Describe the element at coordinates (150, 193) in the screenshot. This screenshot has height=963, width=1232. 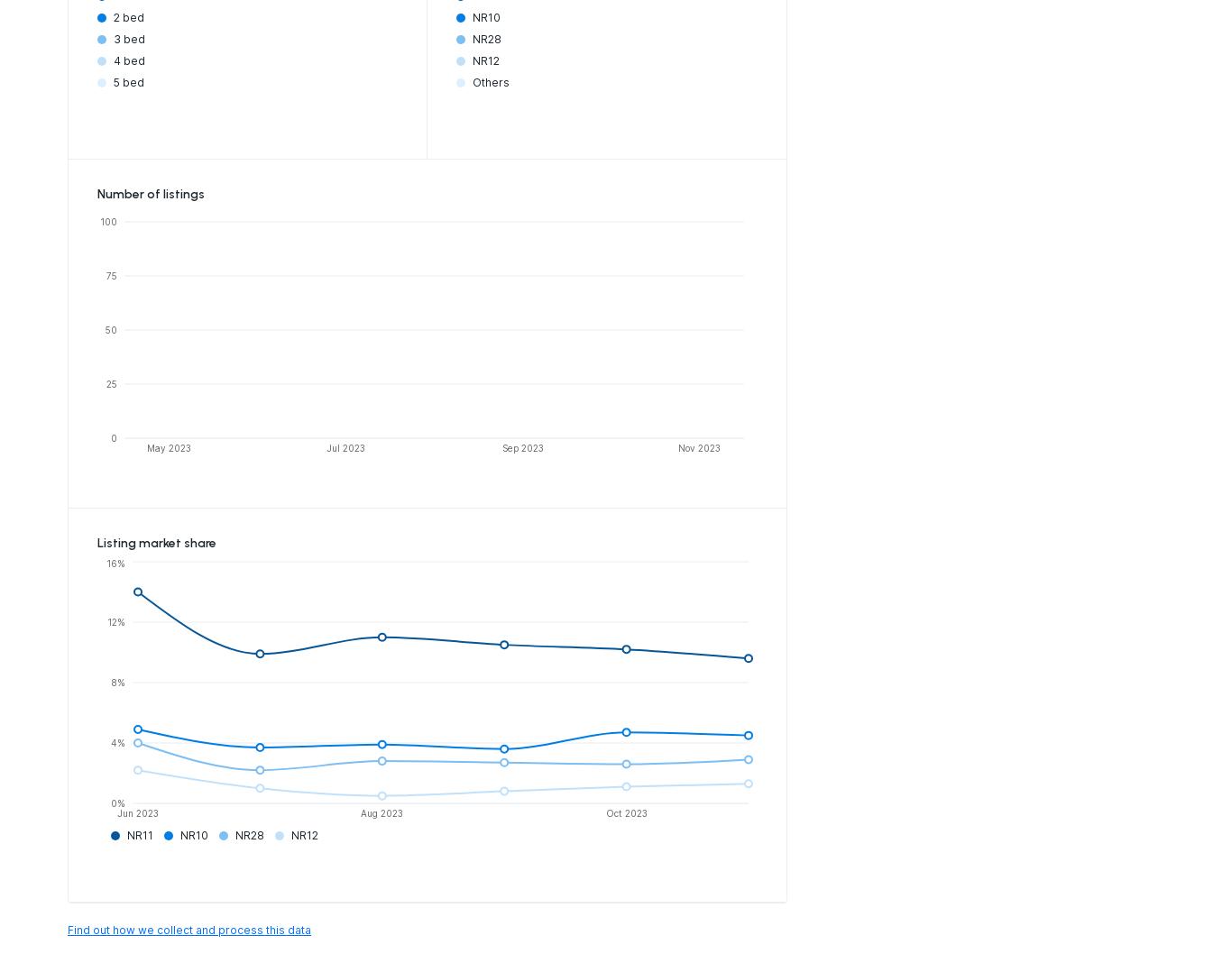
I see `'Number of listings'` at that location.